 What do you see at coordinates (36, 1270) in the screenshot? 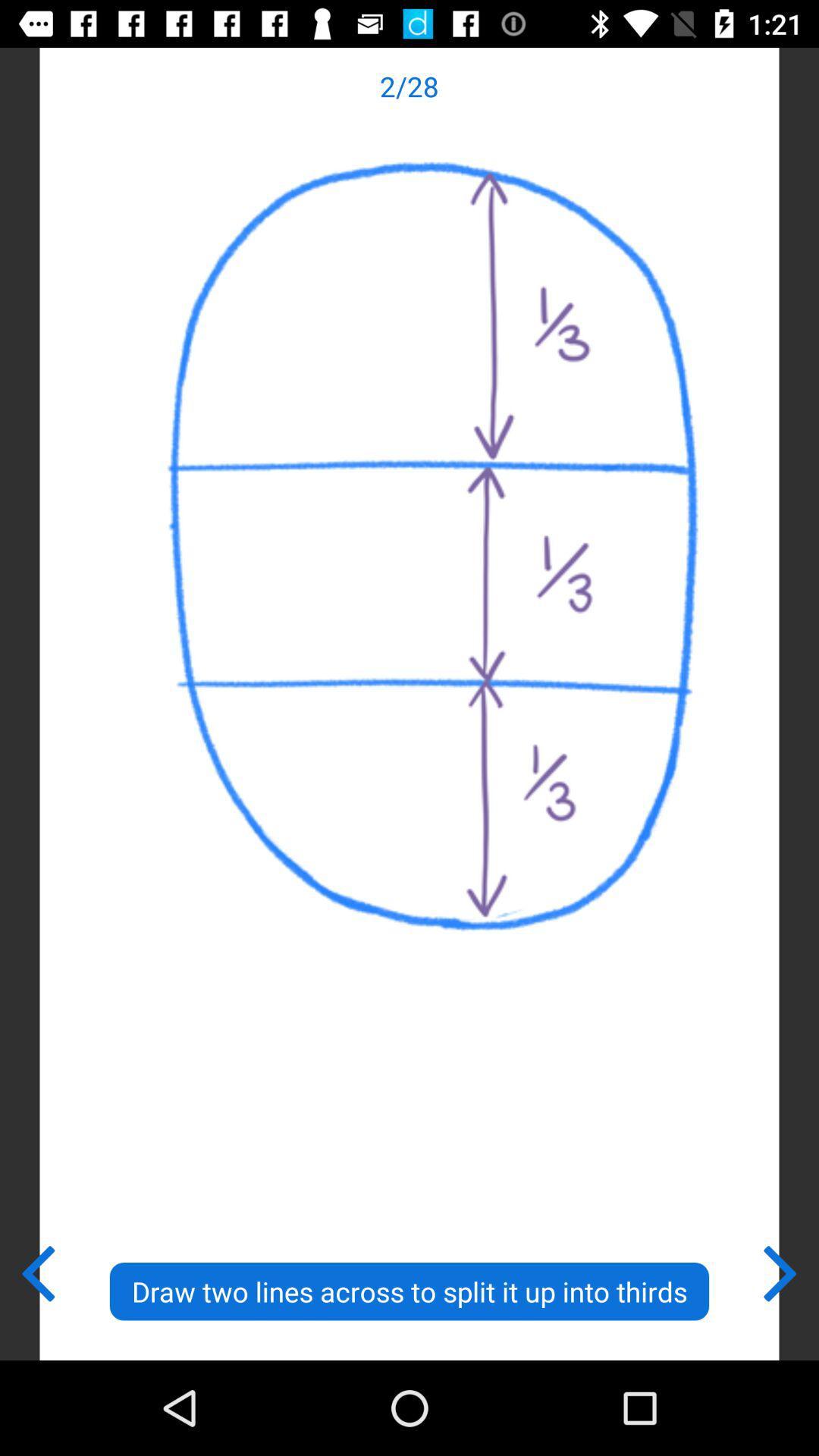
I see `item to the left of draw two lines item` at bounding box center [36, 1270].